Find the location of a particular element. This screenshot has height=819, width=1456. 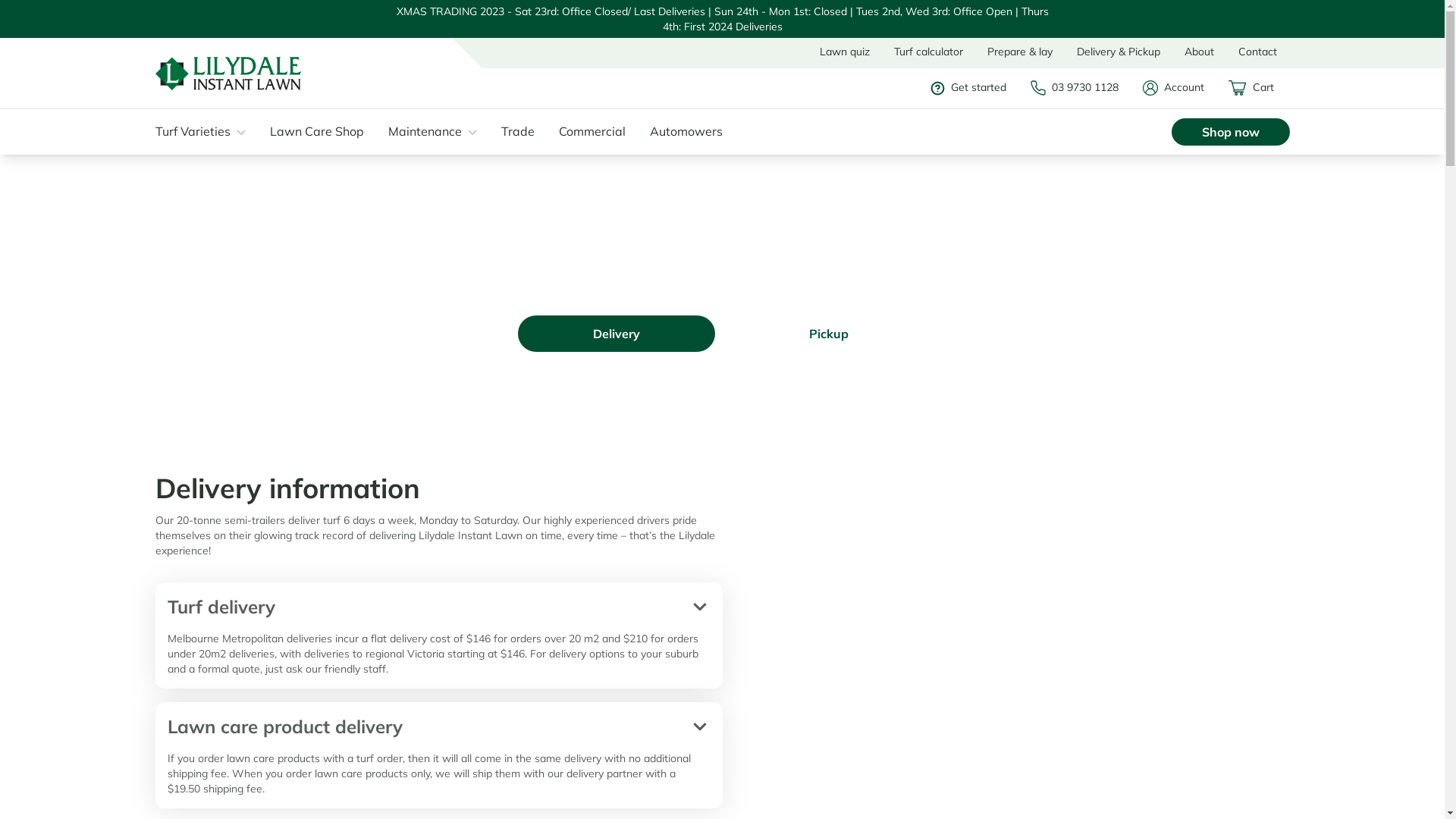

'Lawn Care Shop' is located at coordinates (323, 130).